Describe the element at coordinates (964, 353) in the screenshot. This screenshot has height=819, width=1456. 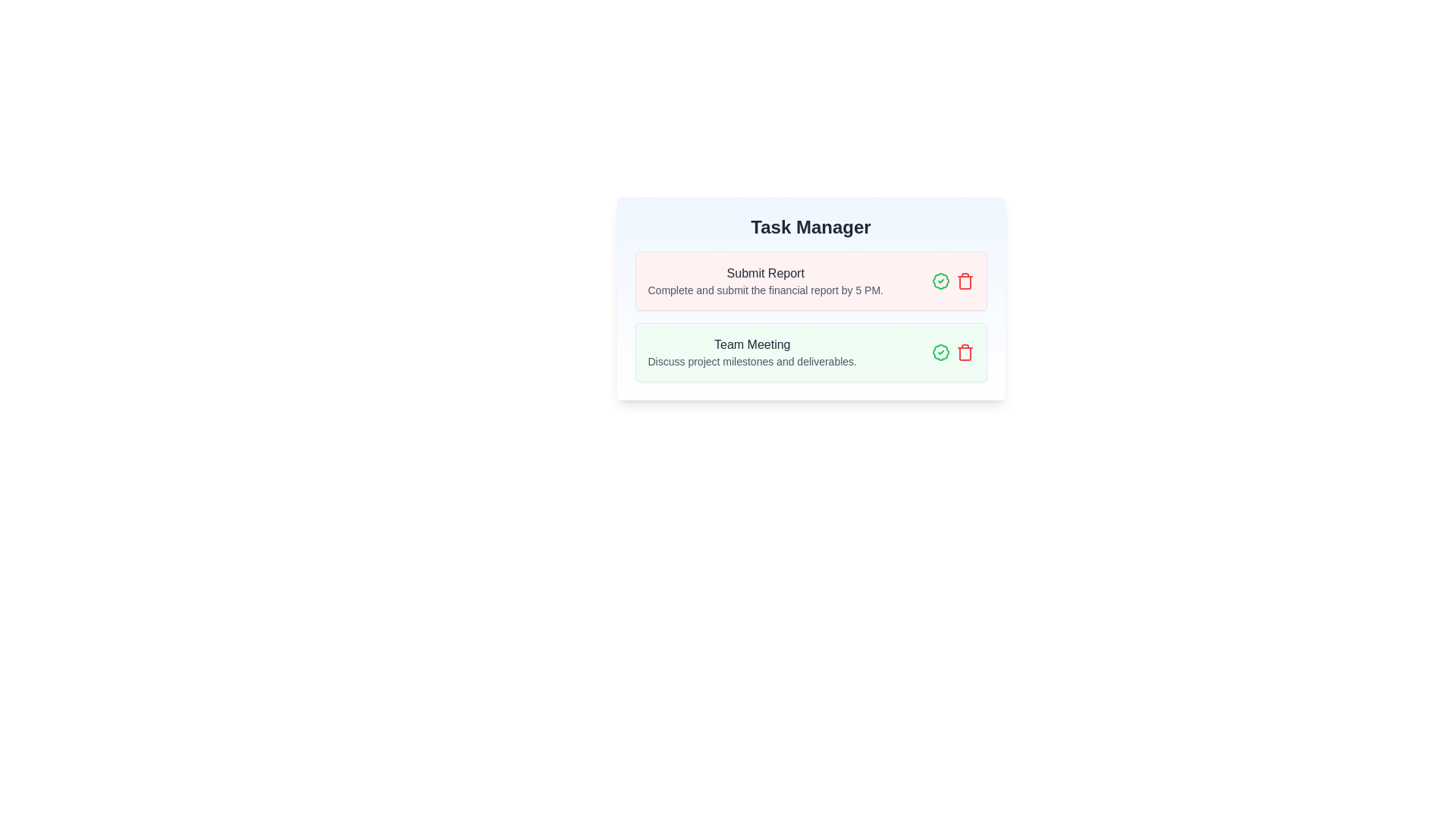
I see `the second trash bin icon located in the lower-right corner of the 'Team Meeting' task entry` at that location.